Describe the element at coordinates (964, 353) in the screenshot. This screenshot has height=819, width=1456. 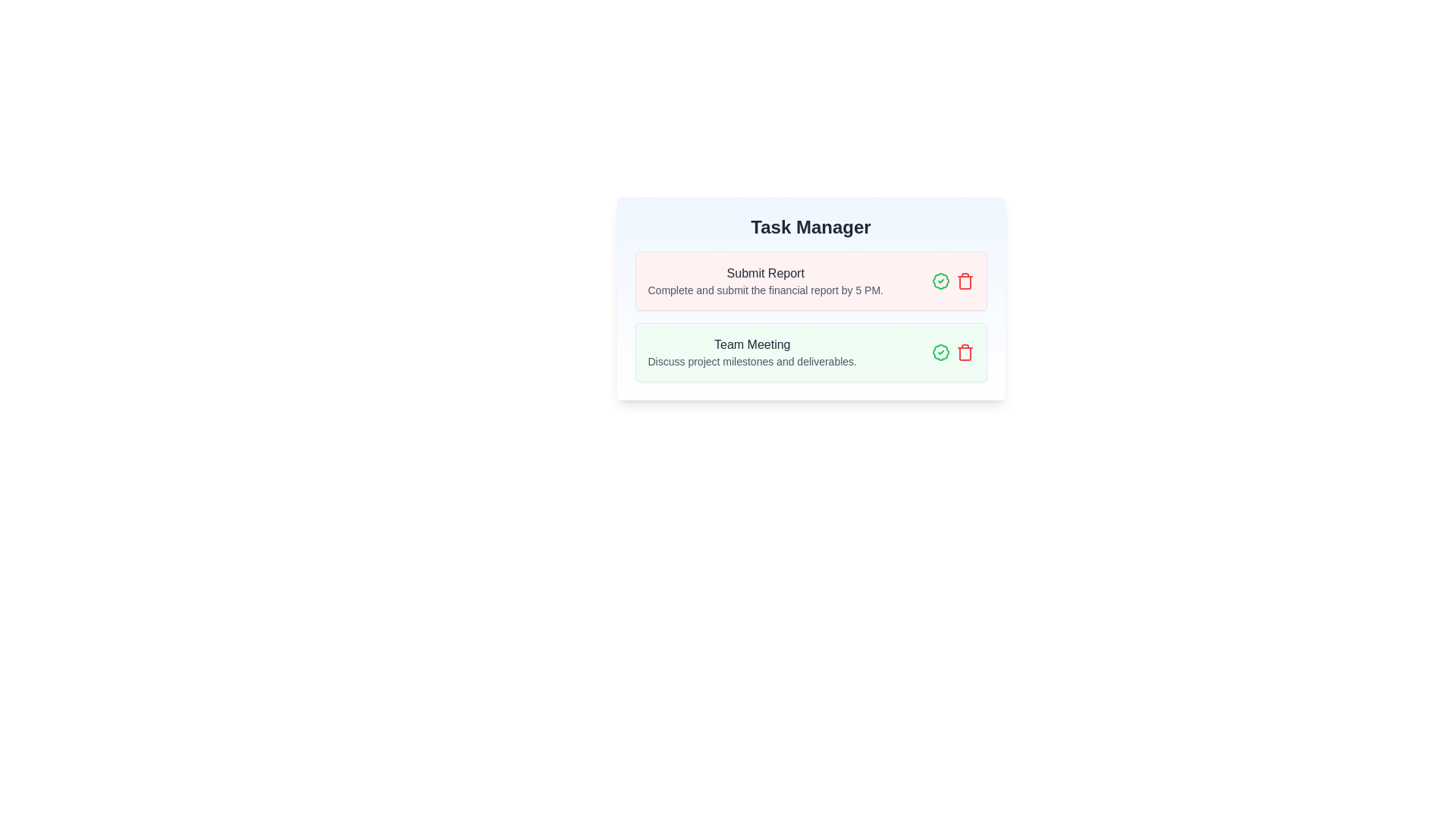
I see `the second trash bin icon located in the lower-right corner of the 'Team Meeting' task entry` at that location.